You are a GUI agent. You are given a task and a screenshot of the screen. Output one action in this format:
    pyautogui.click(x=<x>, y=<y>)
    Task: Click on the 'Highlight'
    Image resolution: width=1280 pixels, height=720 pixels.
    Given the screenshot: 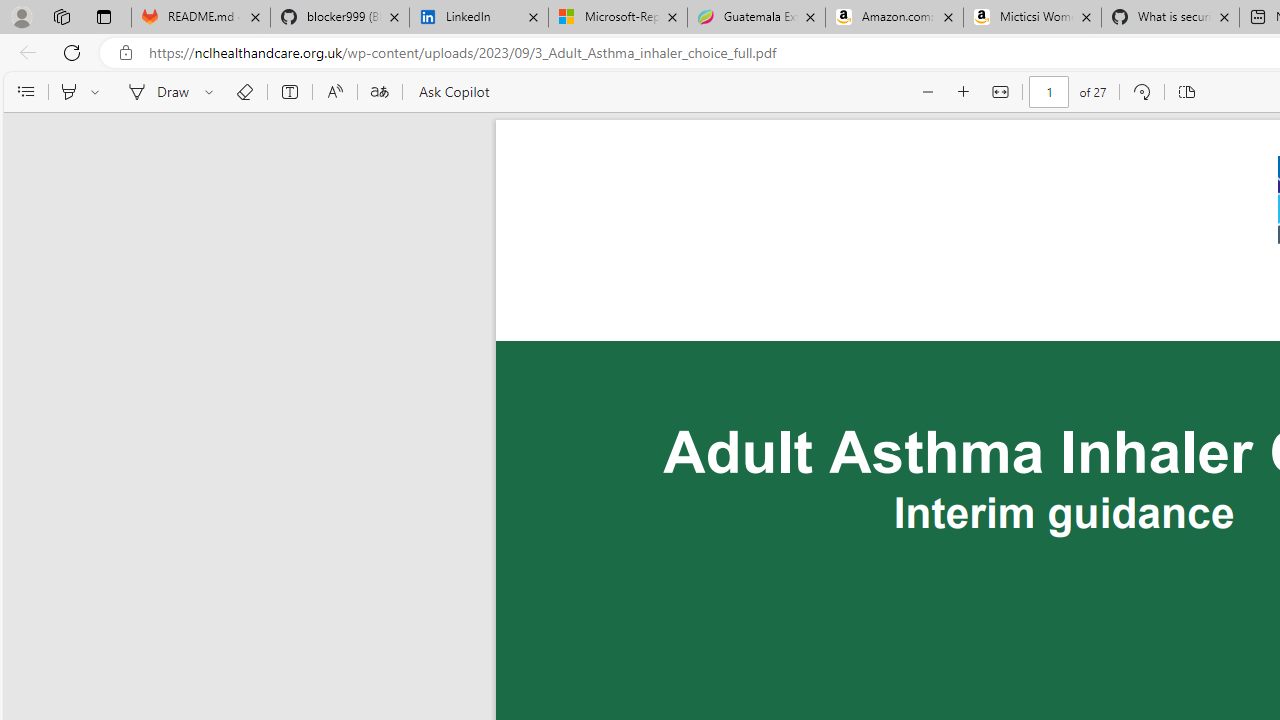 What is the action you would take?
    pyautogui.click(x=68, y=92)
    